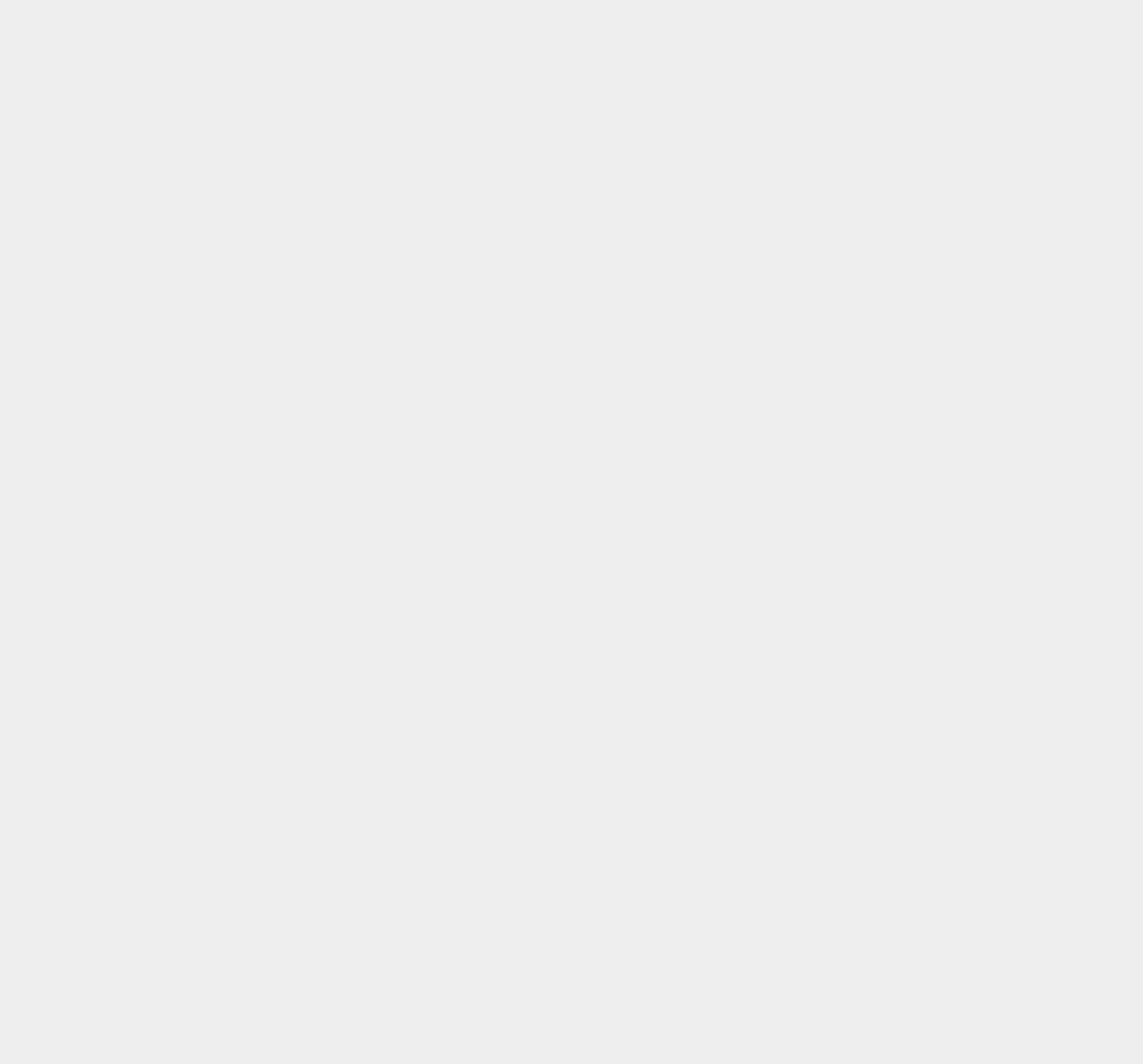 This screenshot has height=1064, width=1143. What do you see at coordinates (848, 649) in the screenshot?
I see `'PlayStation 4'` at bounding box center [848, 649].